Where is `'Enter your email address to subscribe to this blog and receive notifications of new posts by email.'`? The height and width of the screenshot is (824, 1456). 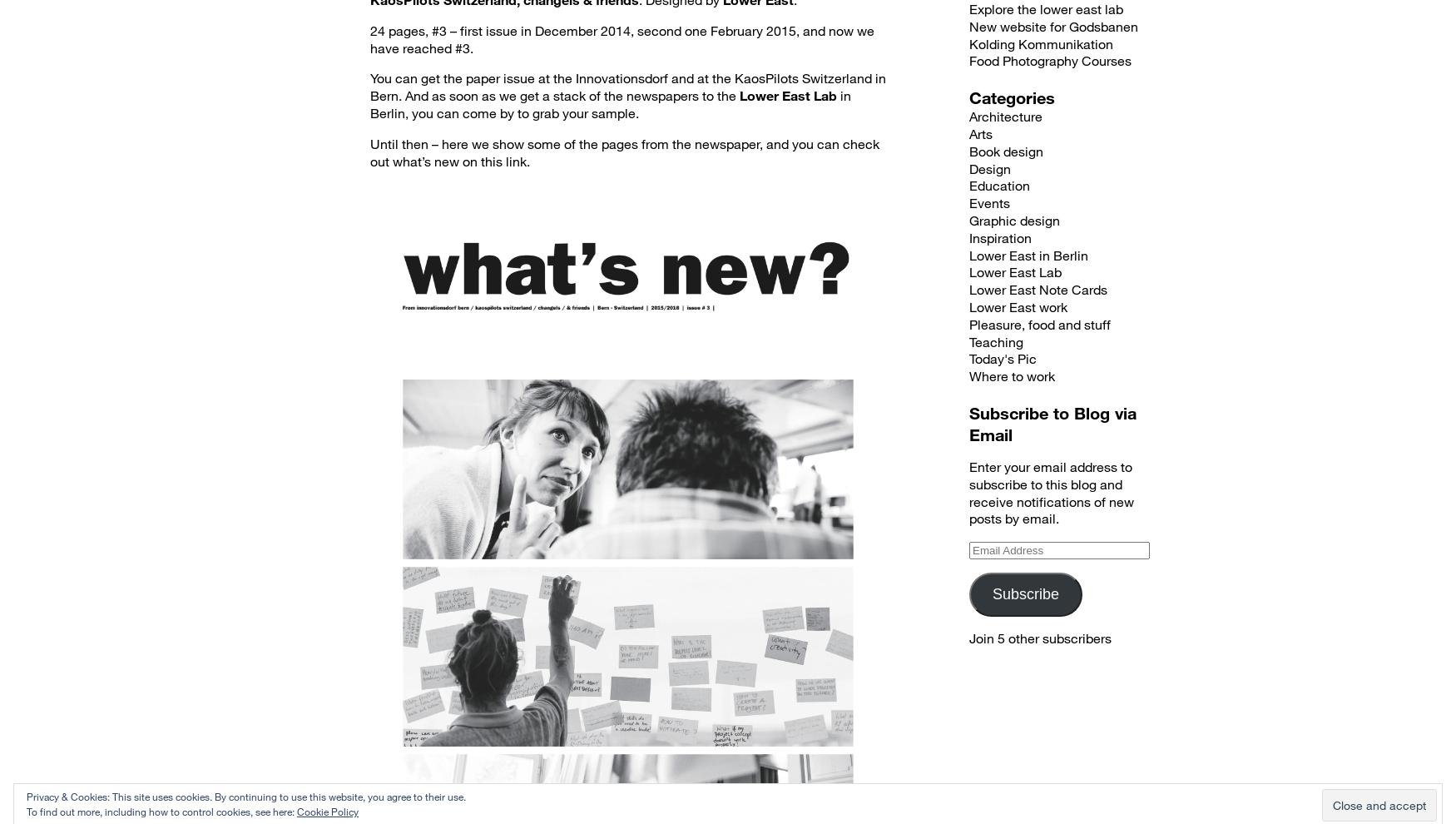
'Enter your email address to subscribe to this blog and receive notifications of new posts by email.' is located at coordinates (1051, 492).